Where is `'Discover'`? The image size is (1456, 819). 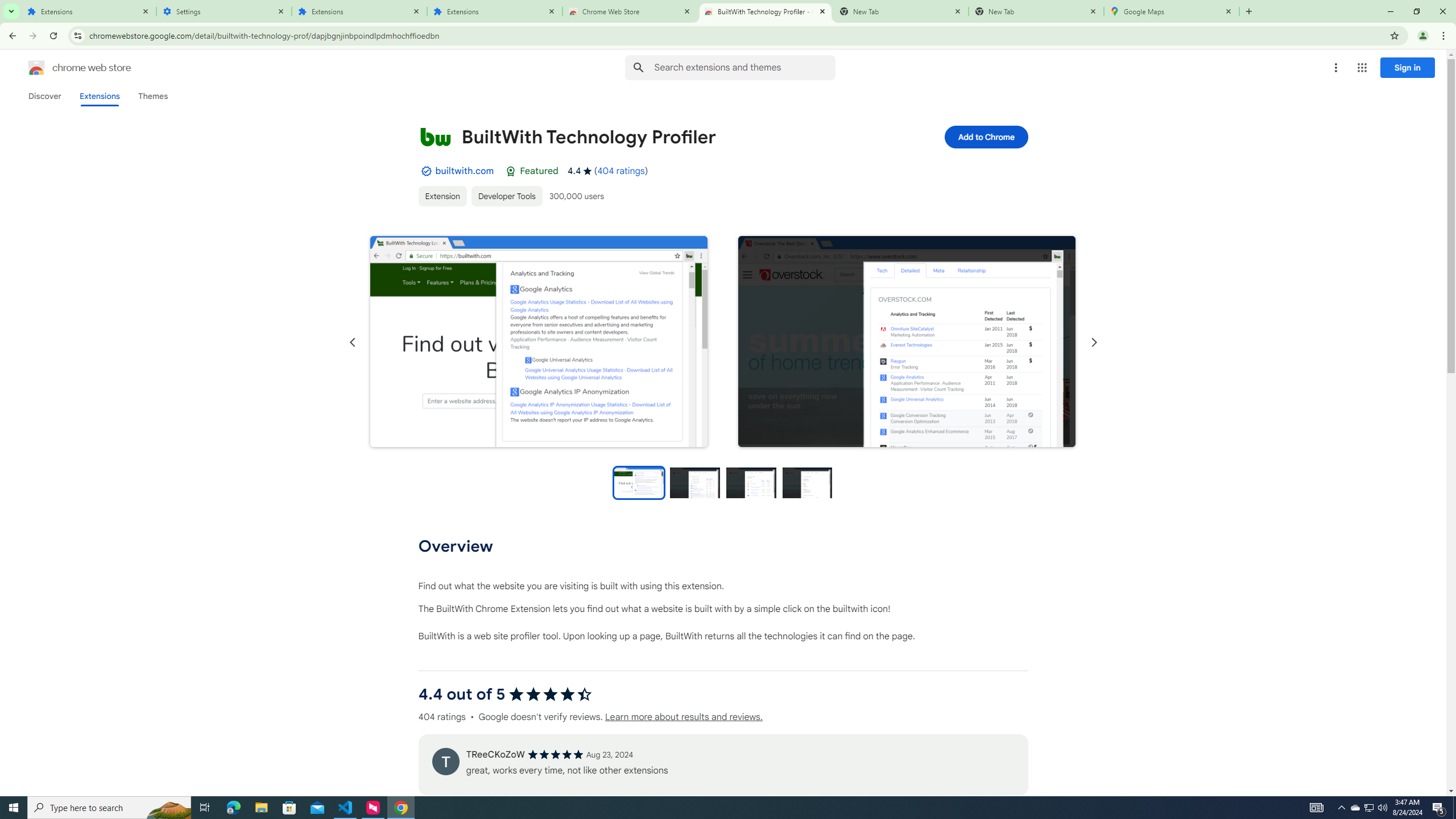 'Discover' is located at coordinates (44, 96).